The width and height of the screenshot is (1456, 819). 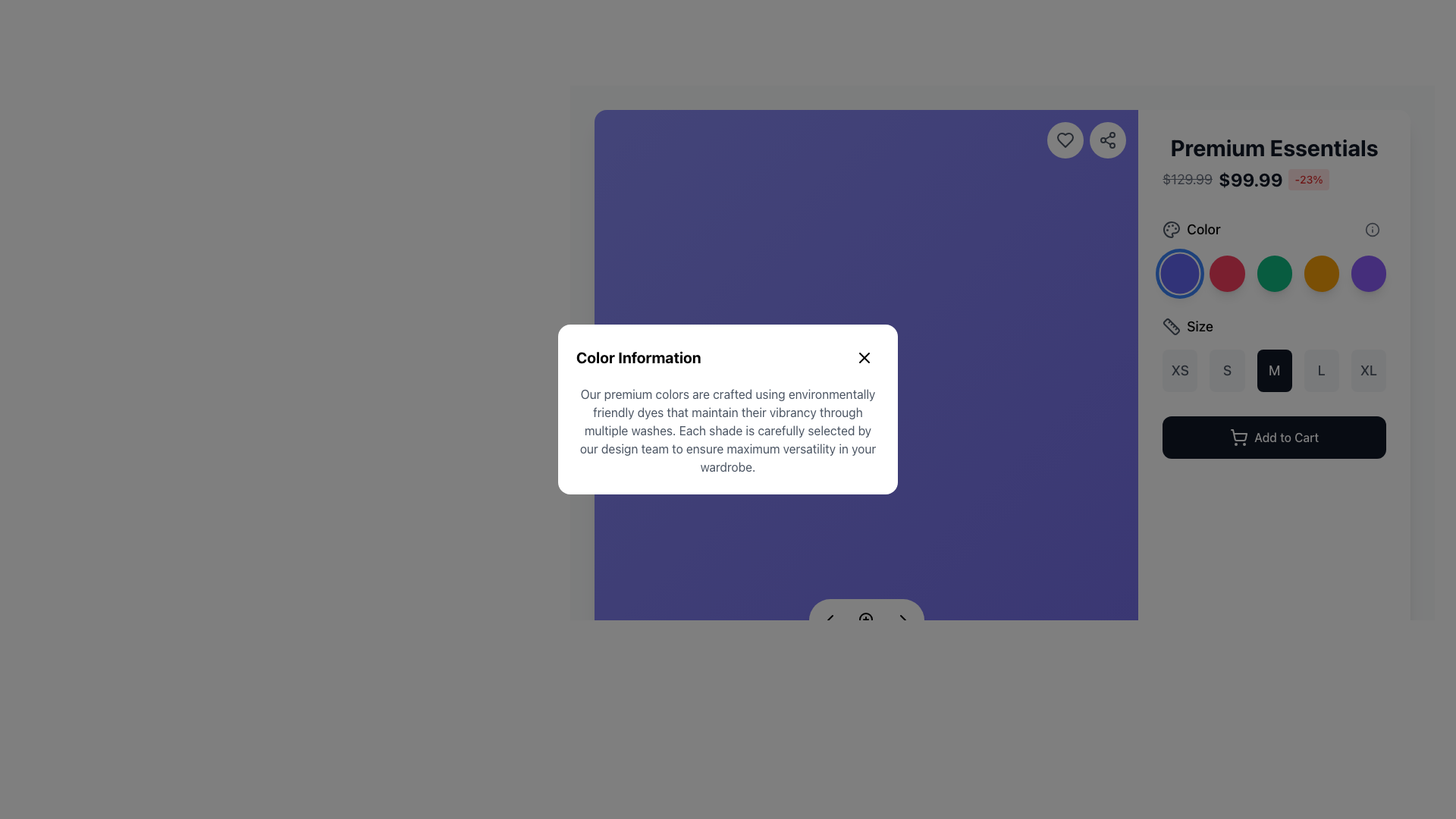 What do you see at coordinates (1203, 230) in the screenshot?
I see `'Color' text label which indicates the context for color selection options, positioned to the right of a palette icon` at bounding box center [1203, 230].